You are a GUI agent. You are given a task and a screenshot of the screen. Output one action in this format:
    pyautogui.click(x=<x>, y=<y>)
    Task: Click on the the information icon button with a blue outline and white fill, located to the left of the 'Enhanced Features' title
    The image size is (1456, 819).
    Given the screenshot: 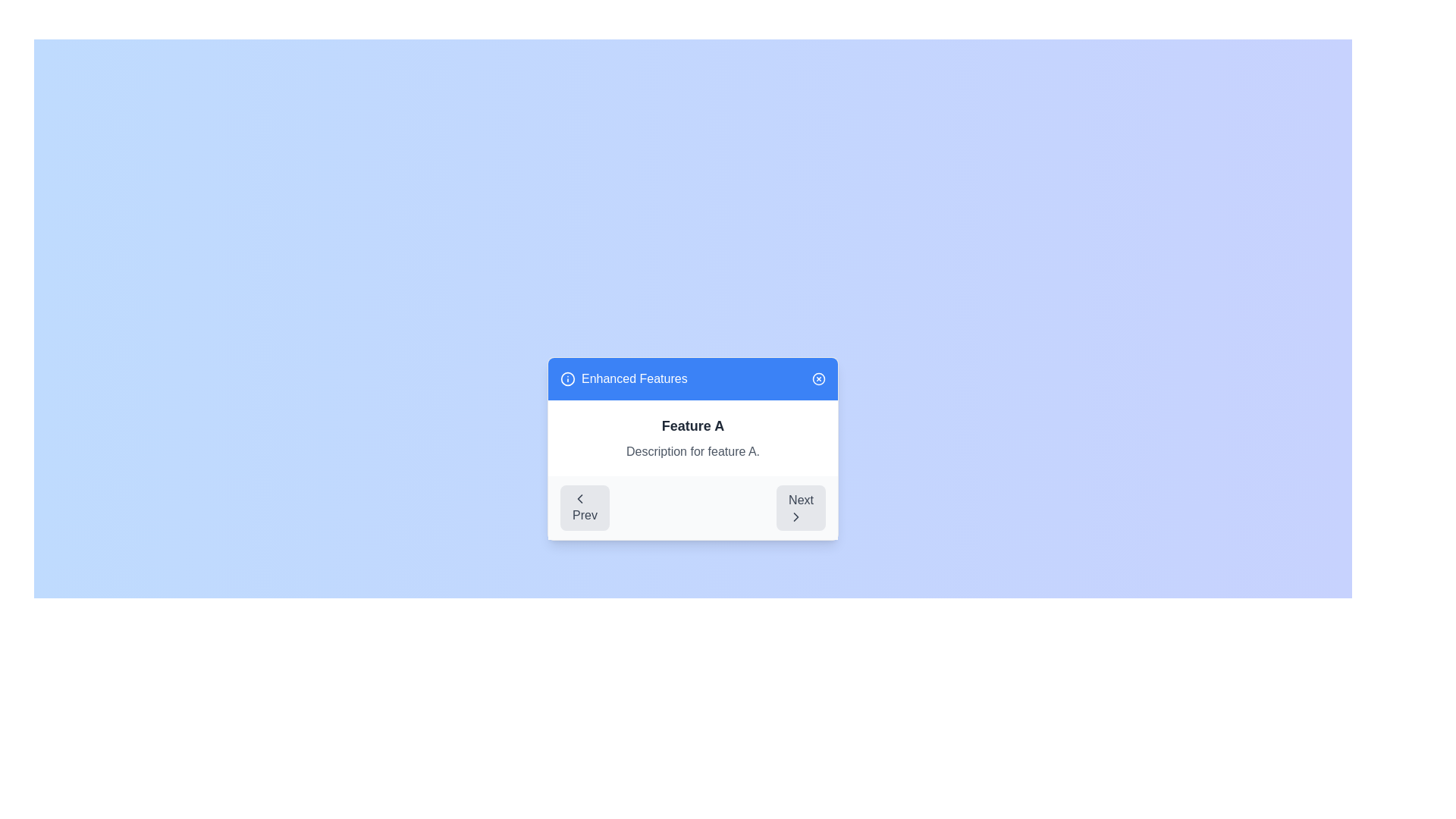 What is the action you would take?
    pyautogui.click(x=566, y=378)
    